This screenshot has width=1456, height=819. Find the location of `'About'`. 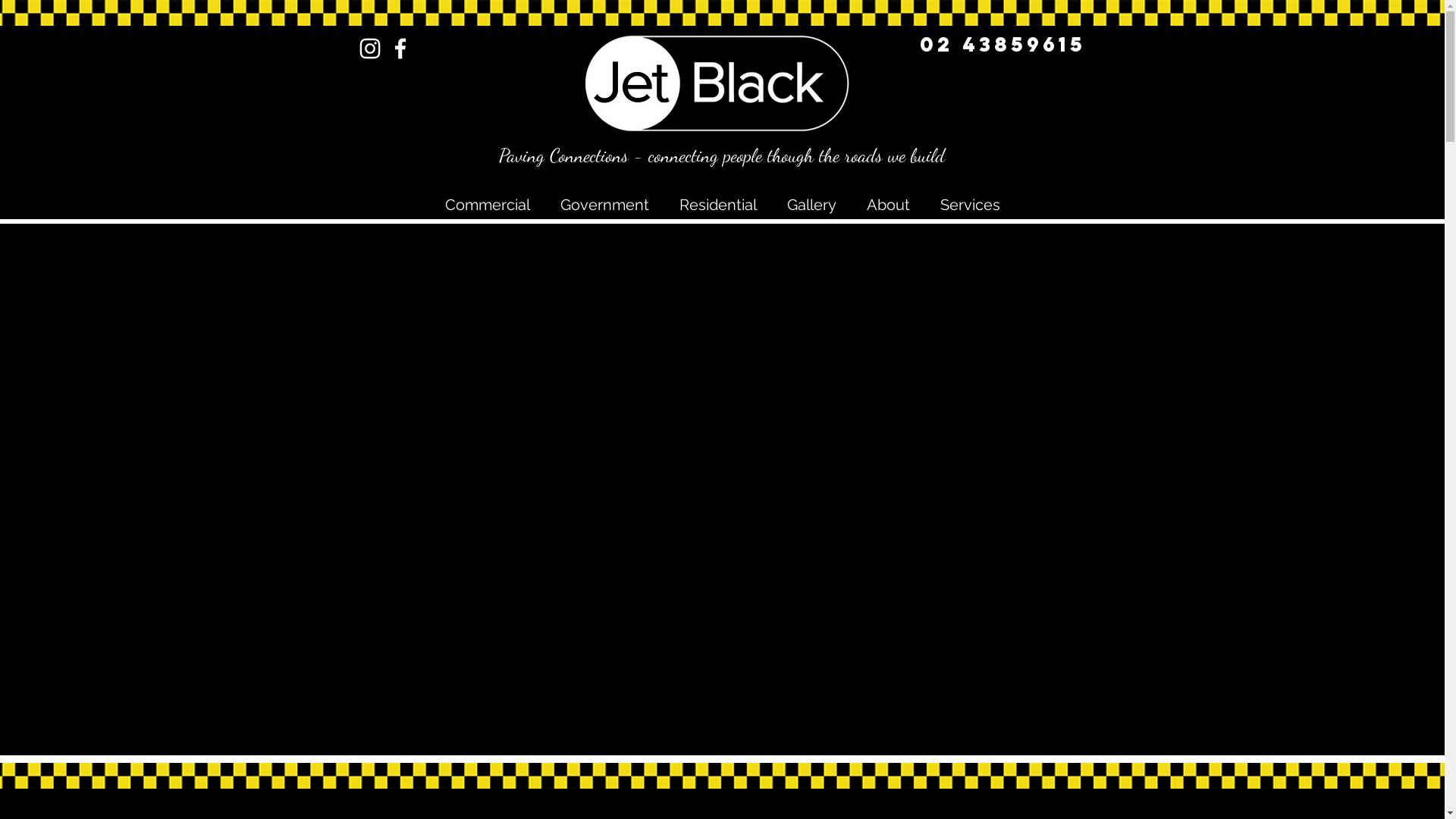

'About' is located at coordinates (887, 205).